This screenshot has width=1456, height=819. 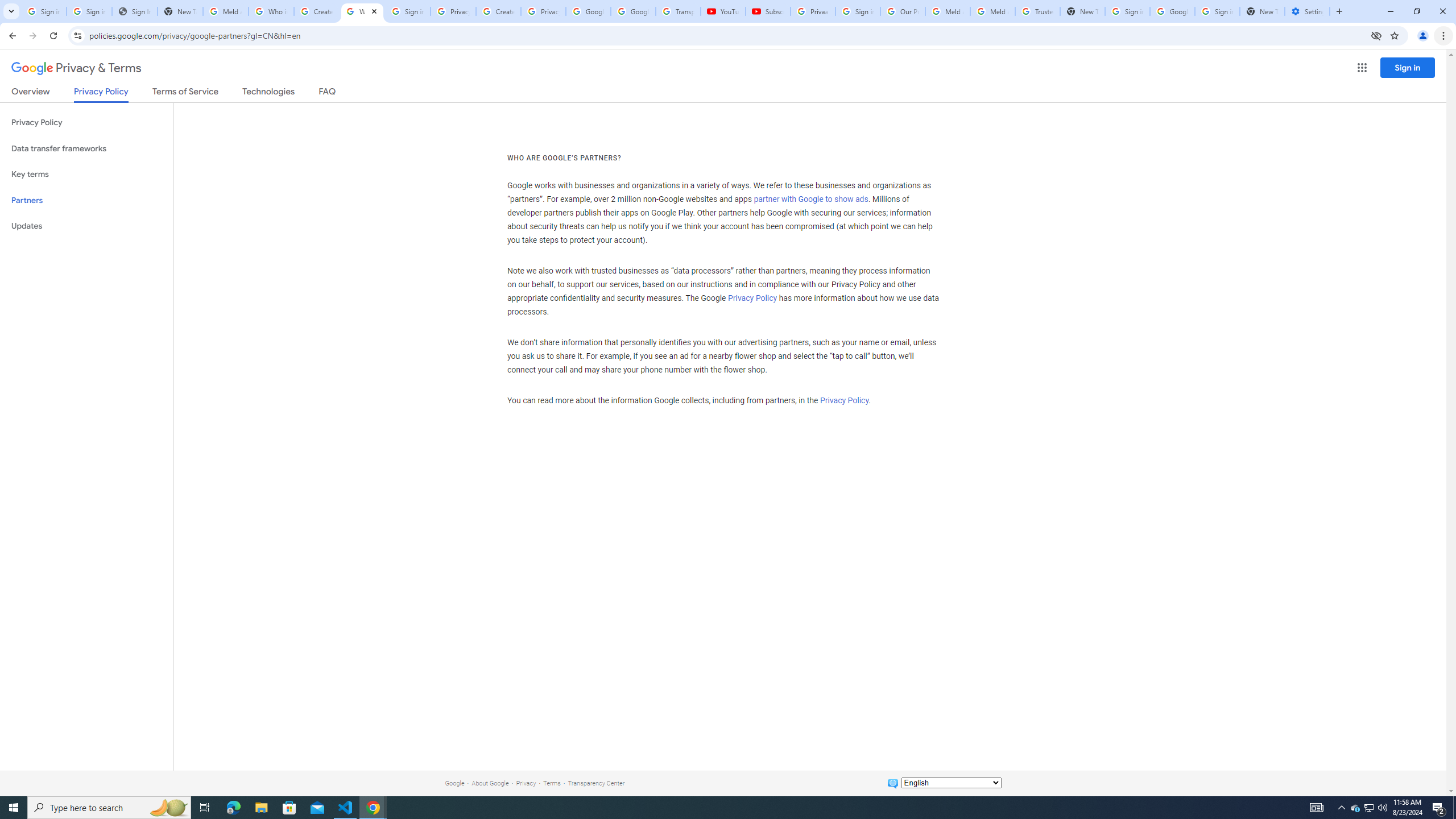 What do you see at coordinates (271, 11) in the screenshot?
I see `'Who is my administrator? - Google Account Help'` at bounding box center [271, 11].